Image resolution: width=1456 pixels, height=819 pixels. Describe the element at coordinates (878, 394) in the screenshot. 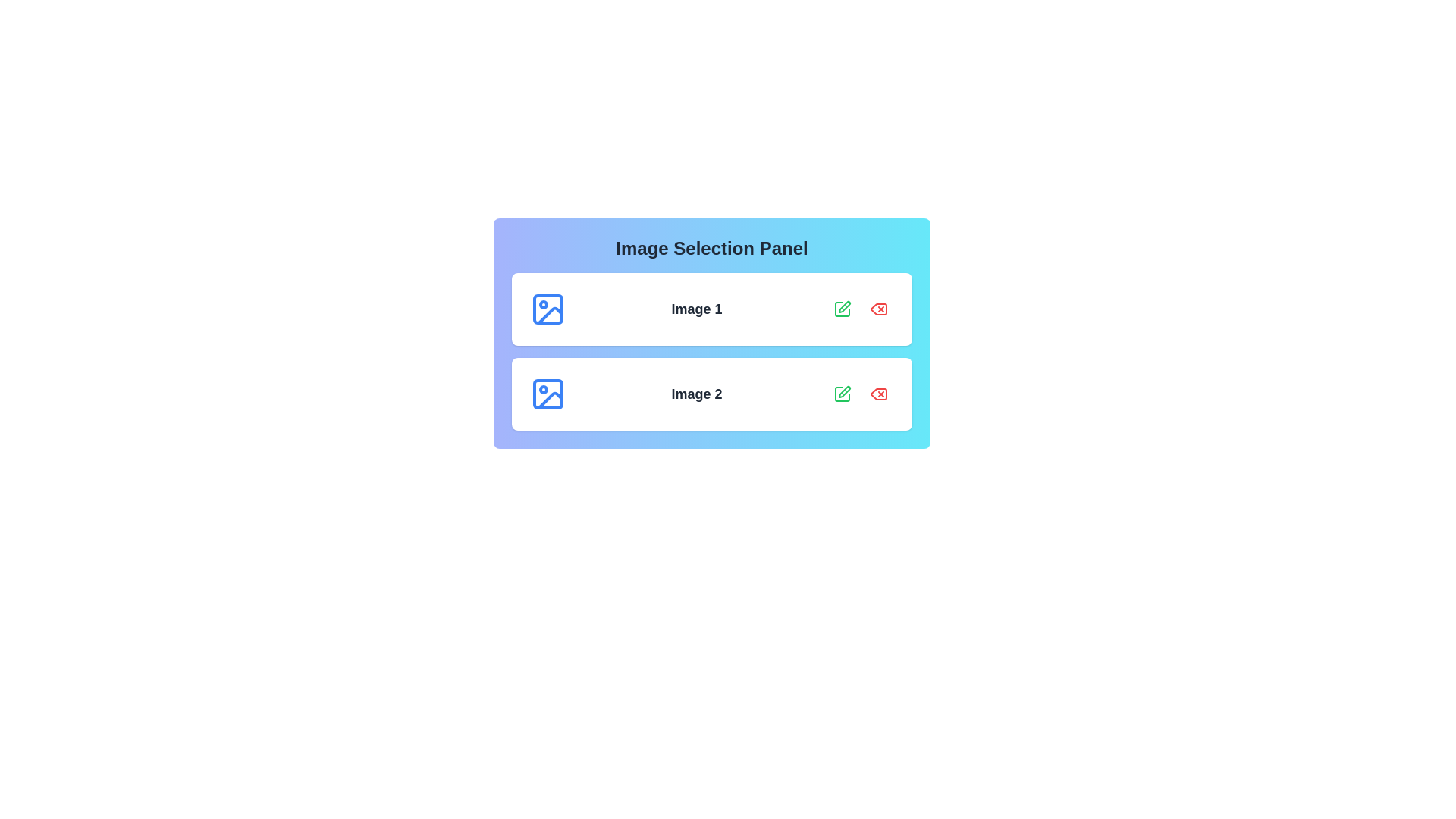

I see `the red delete icon button resembling a cross ('X') in the Image Selection Panel, which is located to the far right of the 'Image 2' label` at that location.